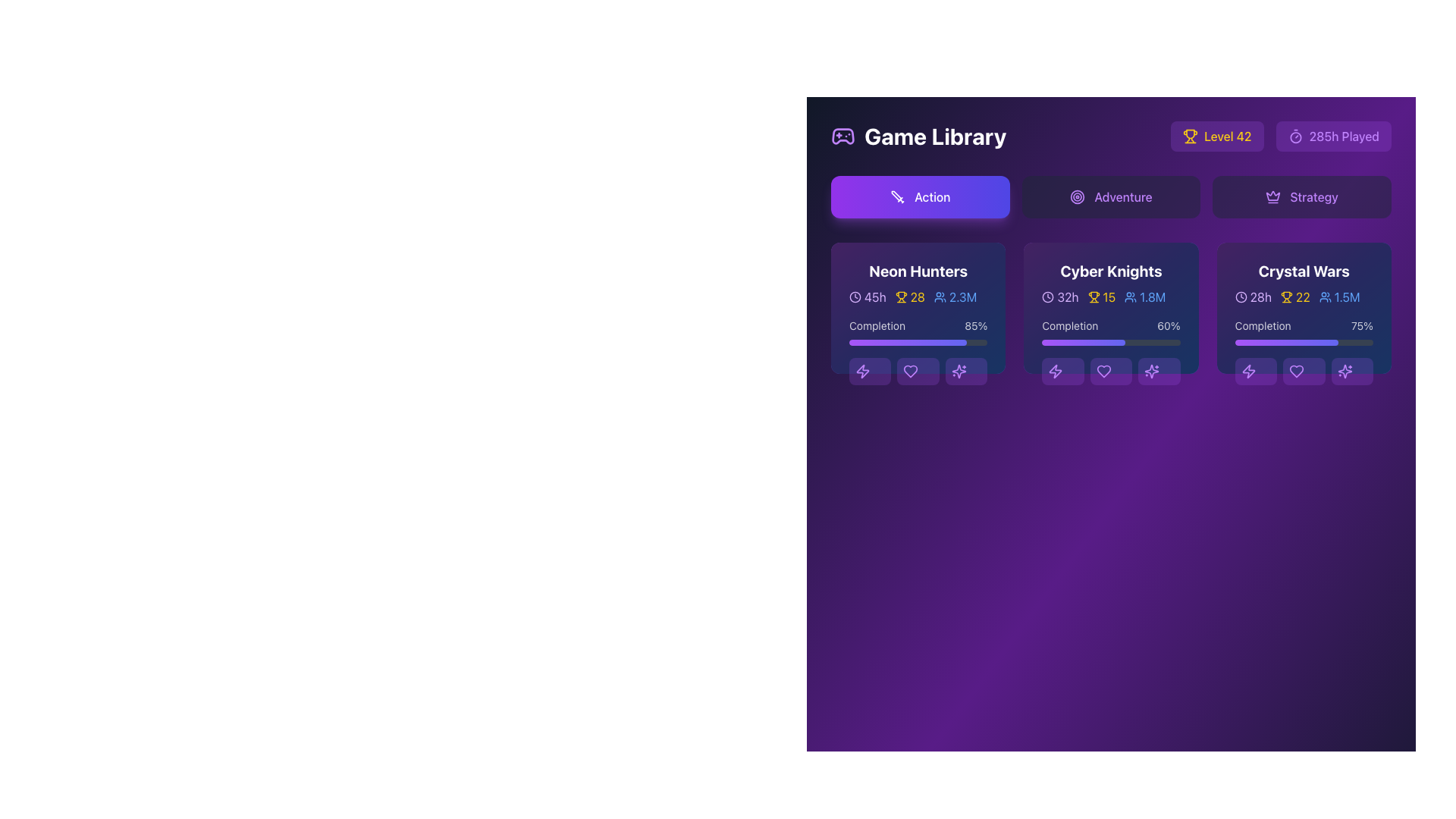  Describe the element at coordinates (1111, 289) in the screenshot. I see `the title and statistical representation of the game 'Cyber Knights' in the second column of the Action game category section, located above the progress bar and icons` at that location.